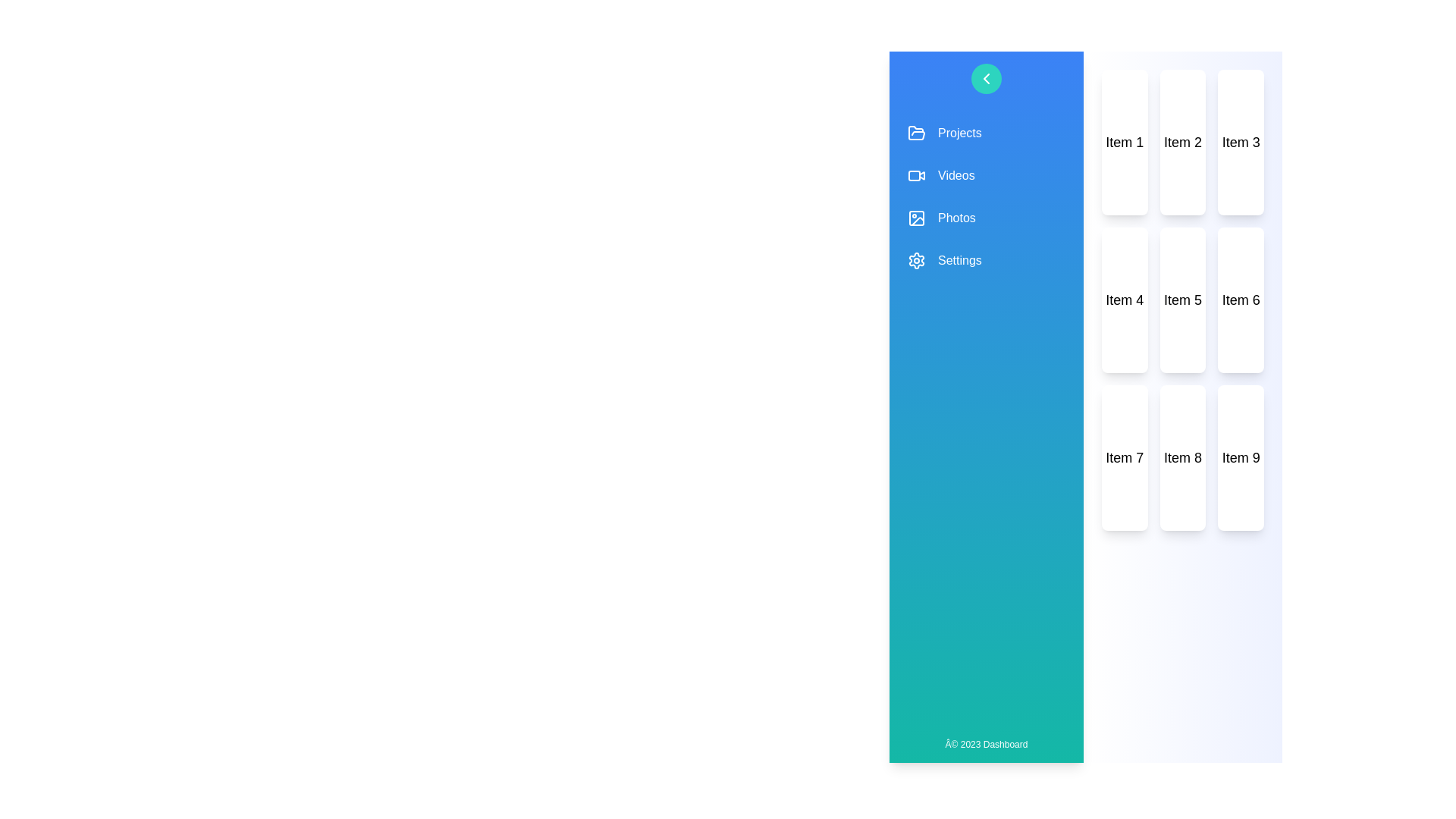 The height and width of the screenshot is (819, 1456). What do you see at coordinates (986, 133) in the screenshot?
I see `the 'Projects' item in the sidebar to navigate to the Projects section` at bounding box center [986, 133].